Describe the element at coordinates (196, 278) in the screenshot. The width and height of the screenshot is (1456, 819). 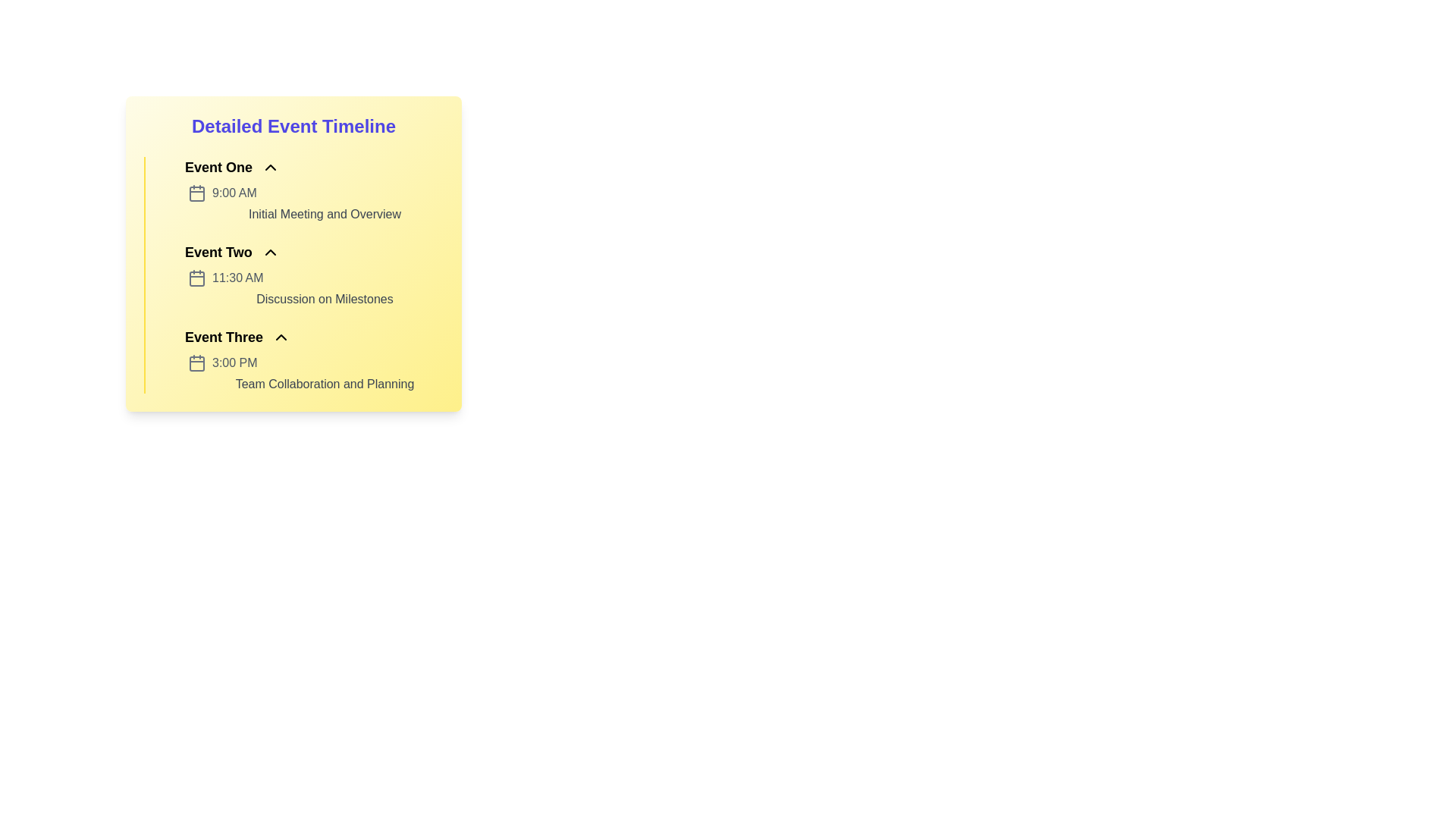
I see `the calendar icon, which features a gray square outline with rounded corners, two vertical lines at the top, and a grid-like interior, positioned to the left of the time text for 'Event Two' at 11:30 AM` at that location.